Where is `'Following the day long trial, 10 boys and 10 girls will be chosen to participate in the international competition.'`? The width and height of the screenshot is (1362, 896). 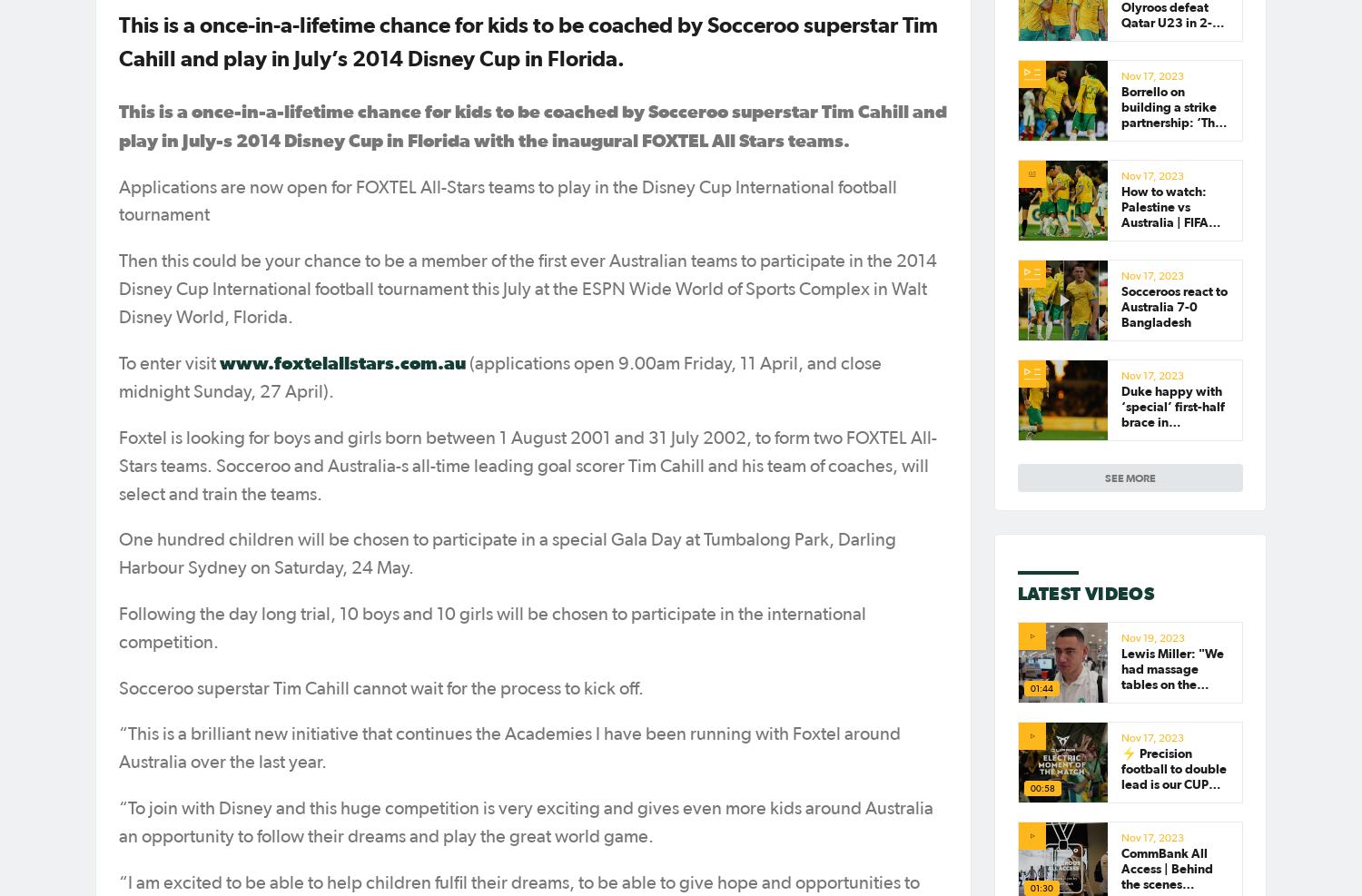
'Following the day long trial, 10 boys and 10 girls will be chosen to participate in the international competition.' is located at coordinates (492, 627).